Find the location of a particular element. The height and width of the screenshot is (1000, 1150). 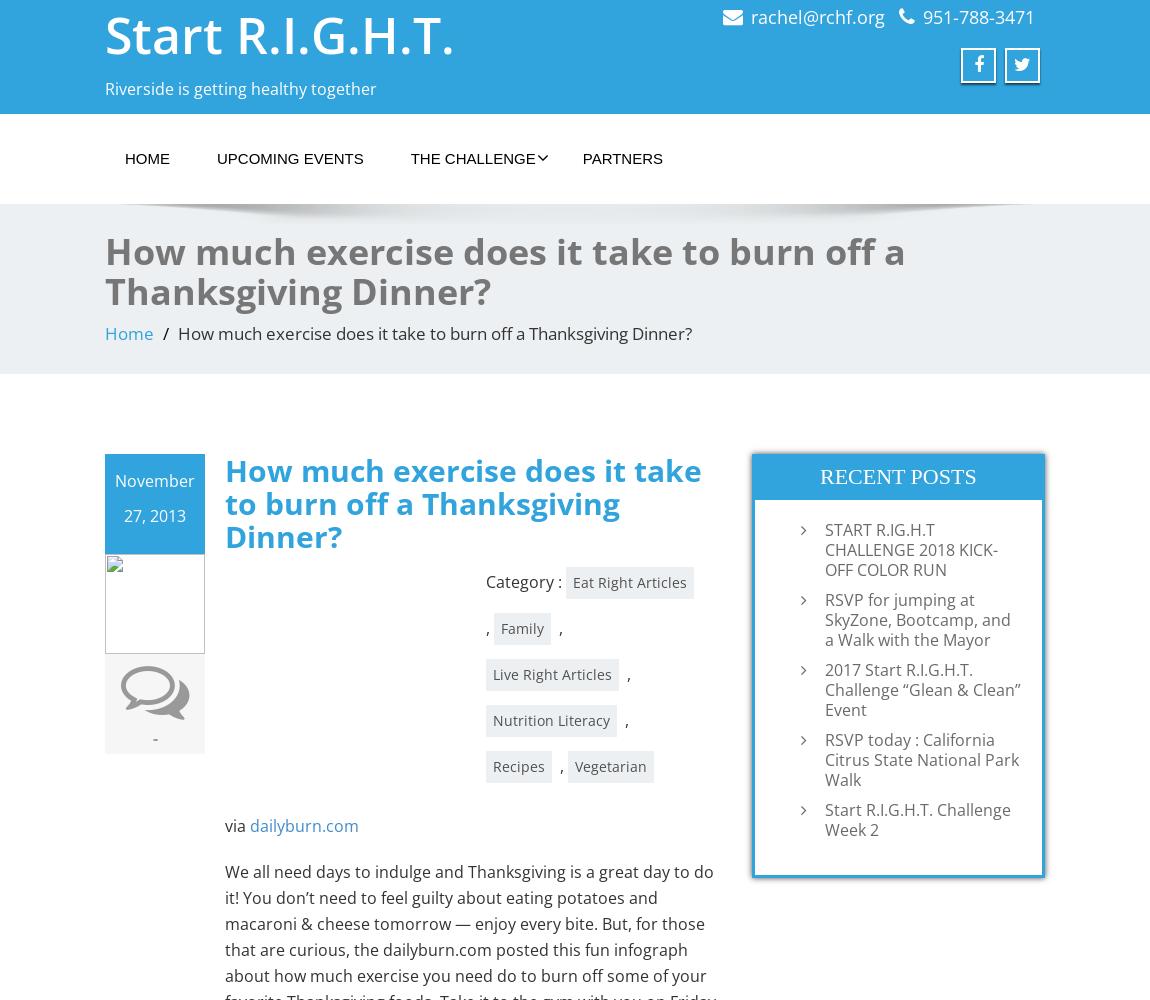

'951-788-3471' is located at coordinates (978, 17).